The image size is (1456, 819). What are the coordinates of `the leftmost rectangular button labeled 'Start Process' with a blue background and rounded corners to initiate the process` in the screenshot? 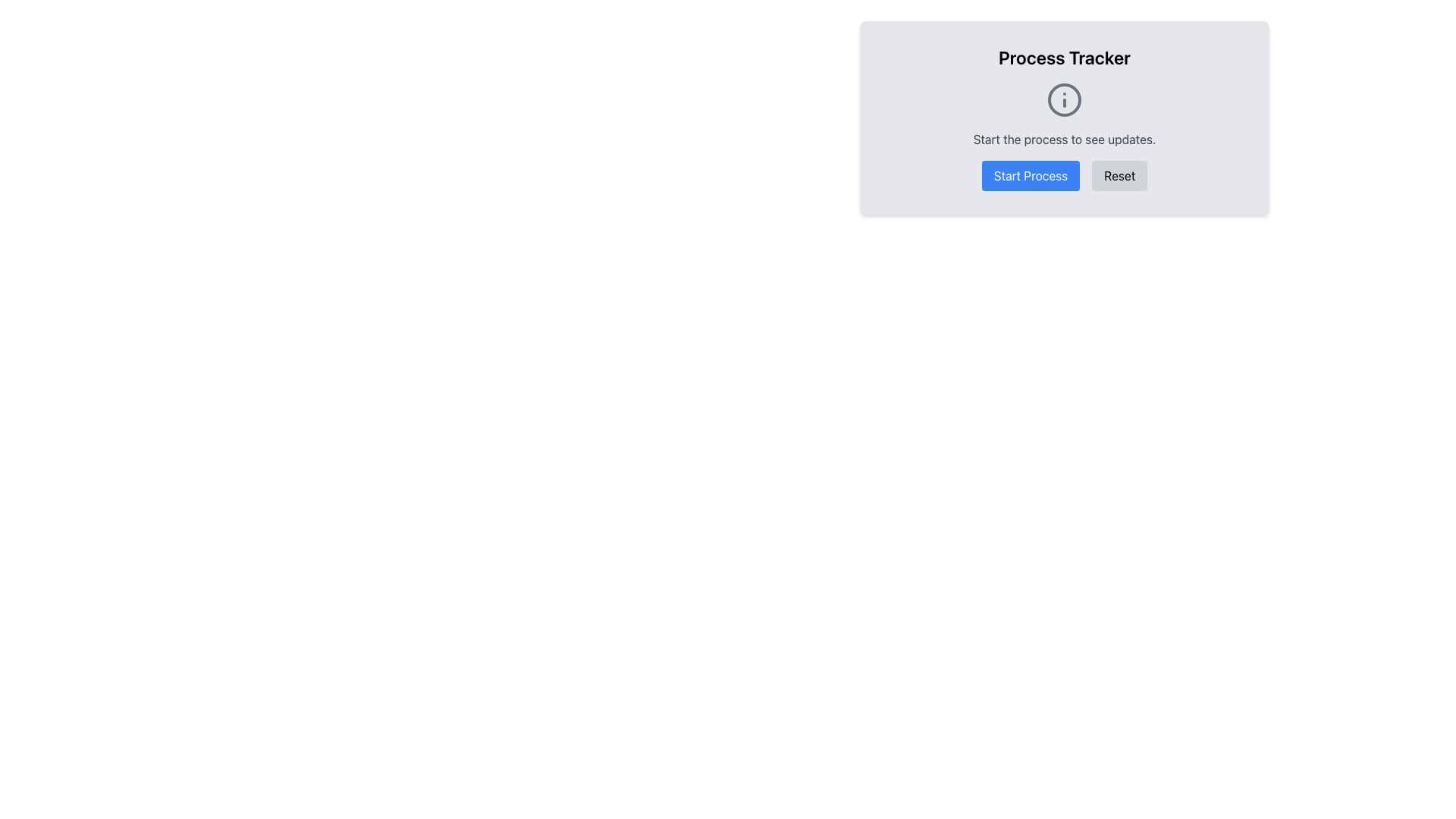 It's located at (1030, 174).